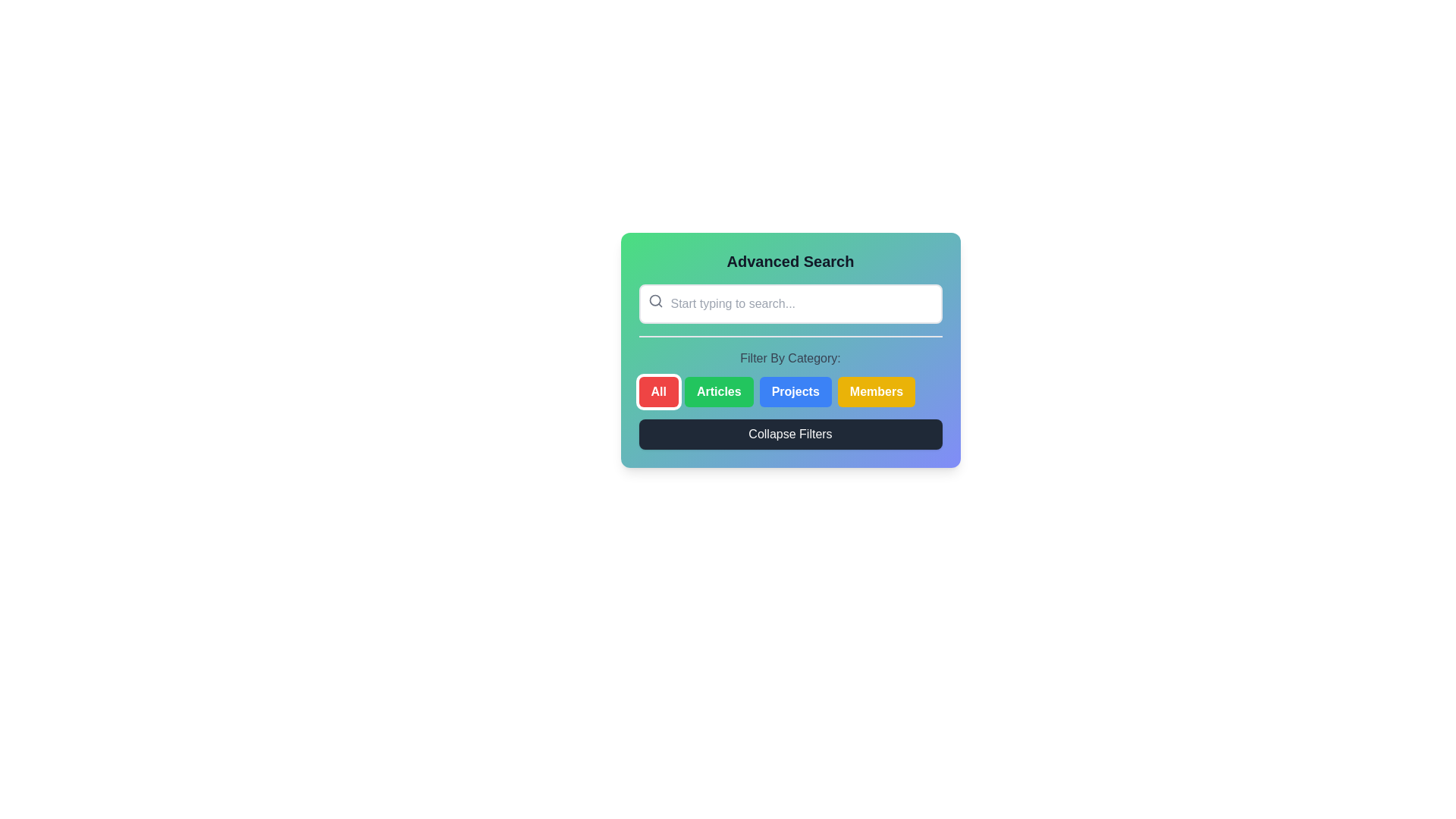 The image size is (1456, 819). Describe the element at coordinates (654, 300) in the screenshot. I see `the circular part of the magnifying glass icon located to the left of the input field labeled 'Start typing to search...' in the 'Advanced Search' section` at that location.